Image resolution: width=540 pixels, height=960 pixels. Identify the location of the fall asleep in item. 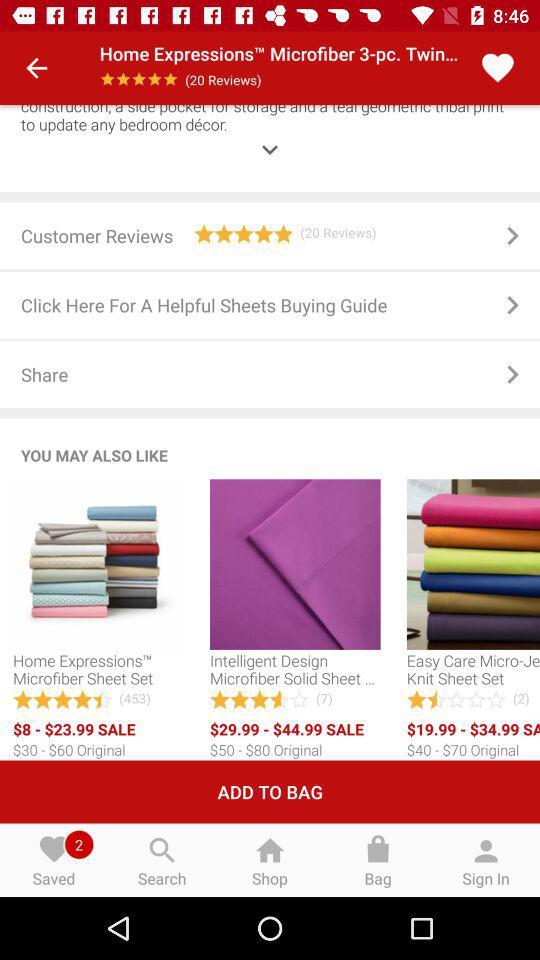
(270, 134).